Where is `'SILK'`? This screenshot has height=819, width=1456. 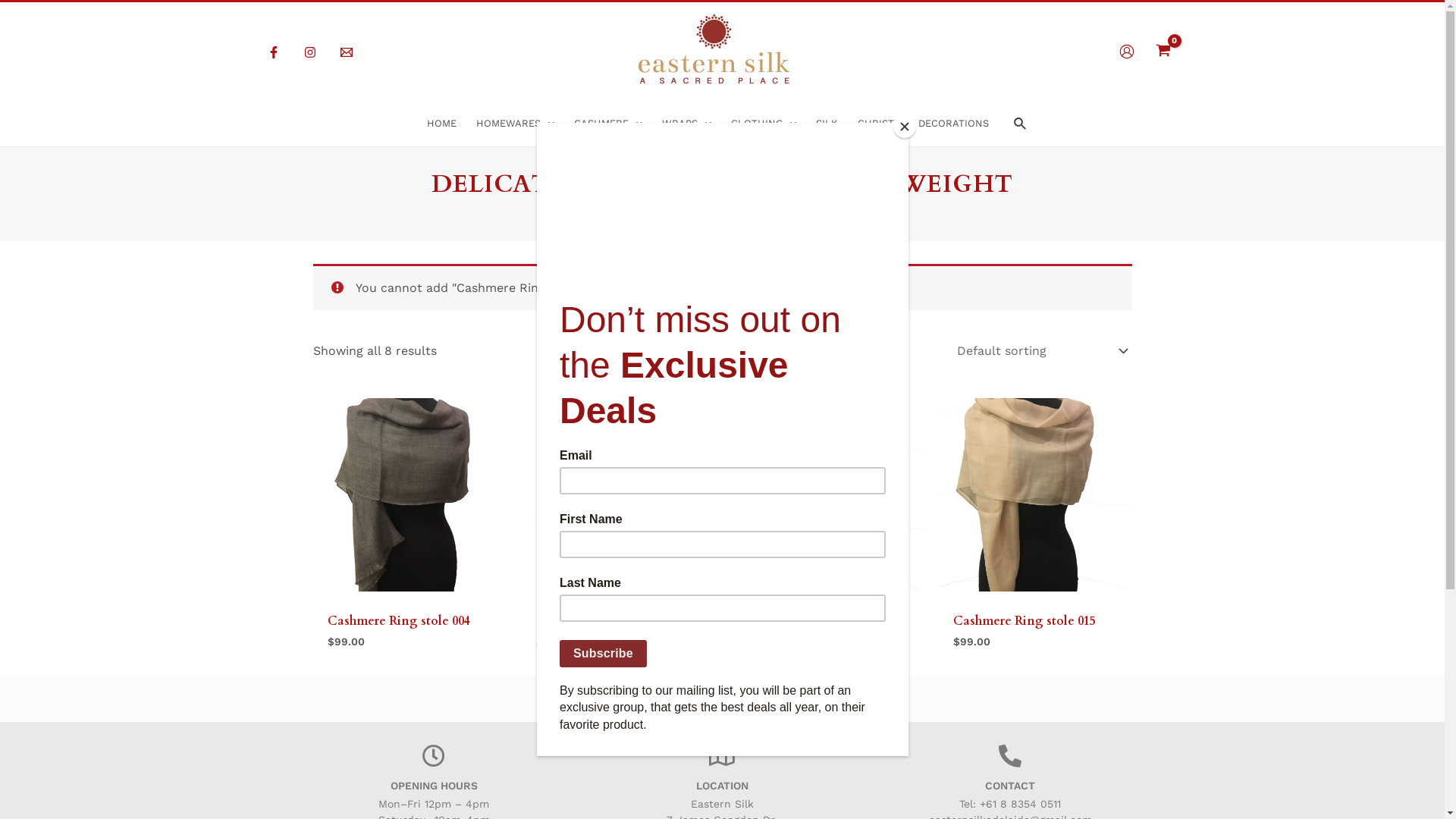 'SILK' is located at coordinates (825, 122).